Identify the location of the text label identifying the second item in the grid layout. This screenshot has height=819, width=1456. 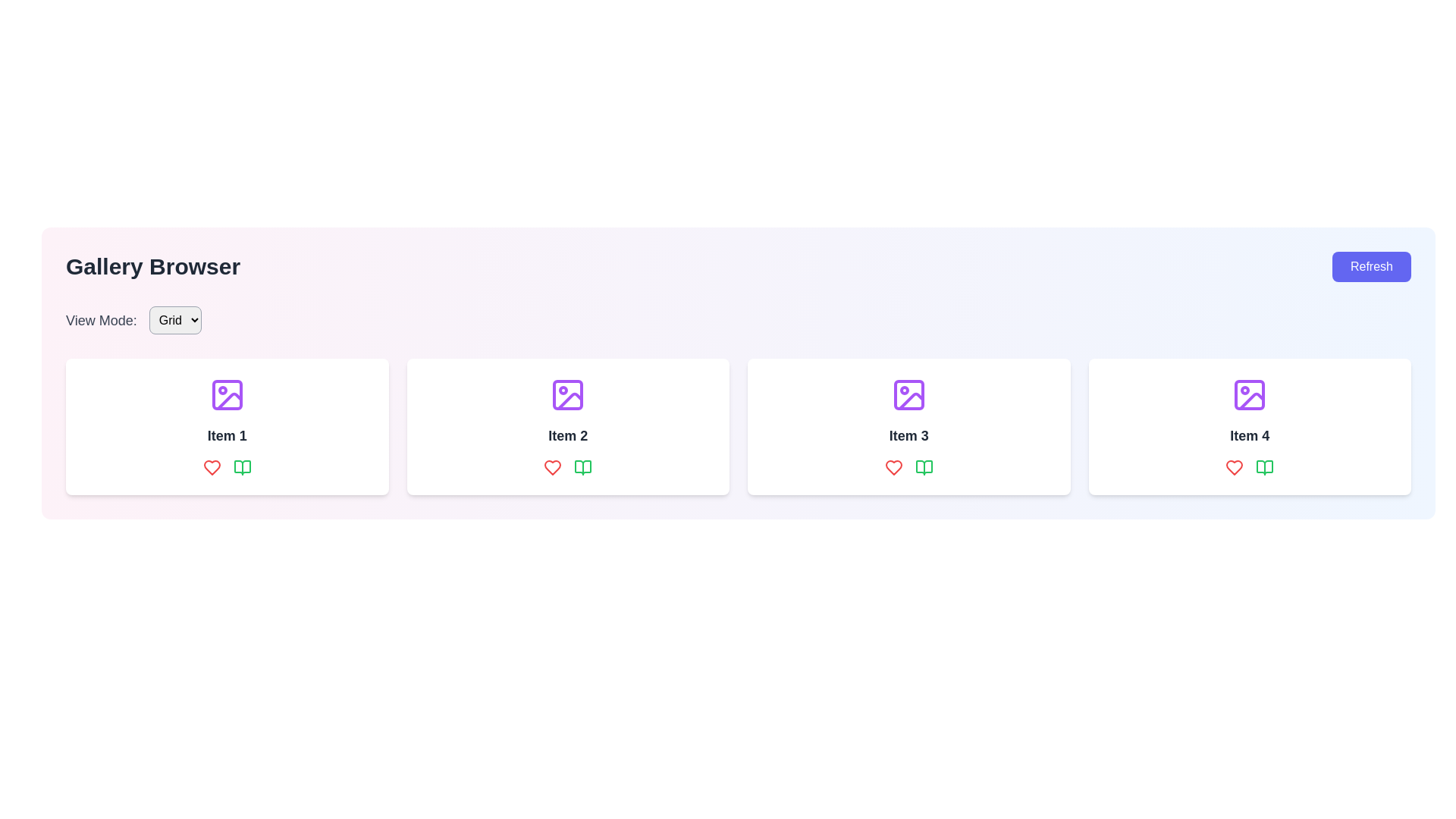
(567, 435).